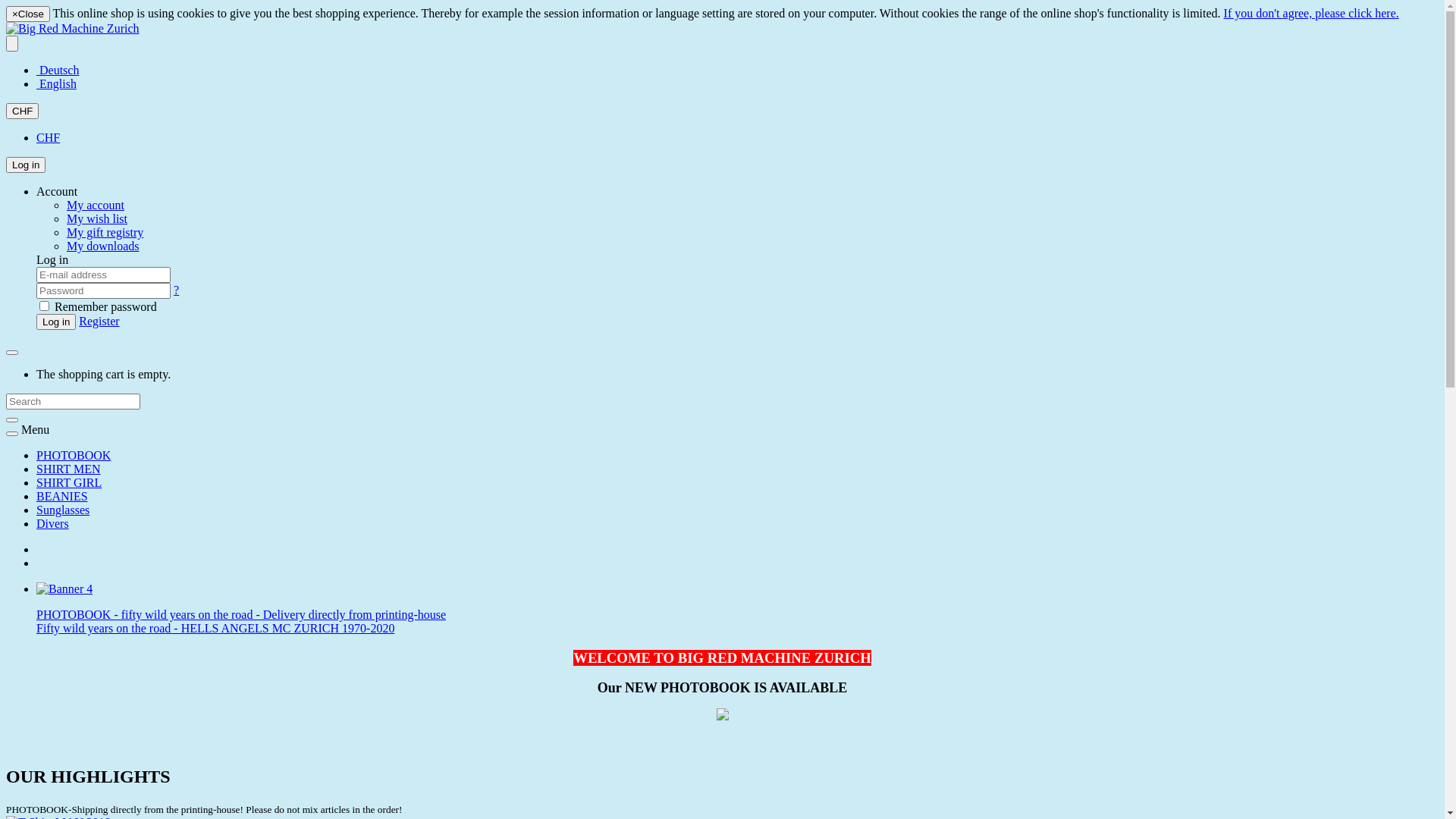 The image size is (1456, 819). I want to click on 'English', so click(36, 83).